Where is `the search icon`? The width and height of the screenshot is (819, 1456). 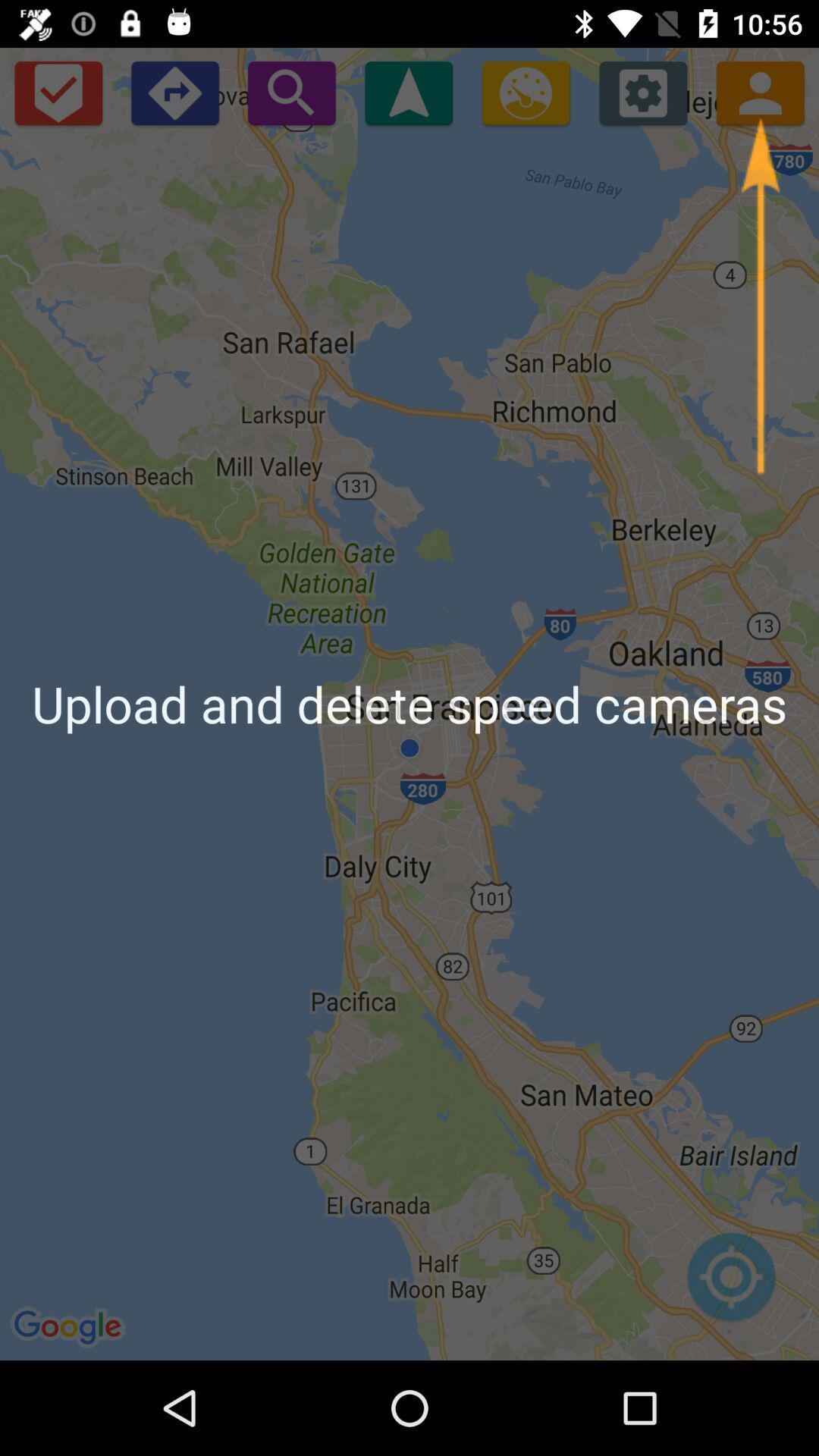
the search icon is located at coordinates (291, 92).